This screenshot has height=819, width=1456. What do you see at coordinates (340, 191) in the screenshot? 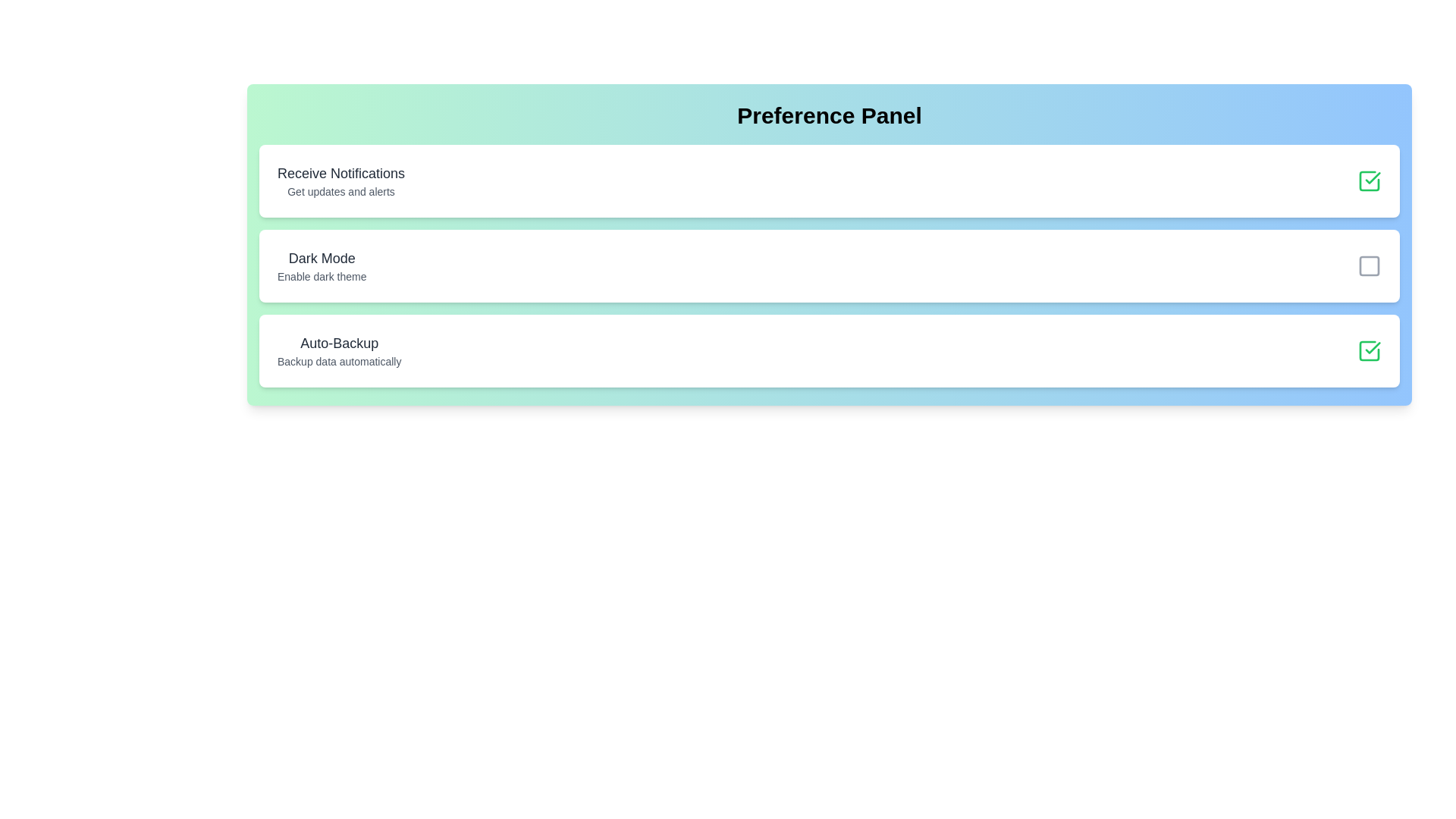
I see `the text label that reads 'Get updates and alerts', which is styled with a smaller font size and gray color, located within the 'Receive Notifications' panel, directly below the main text of the section` at bounding box center [340, 191].